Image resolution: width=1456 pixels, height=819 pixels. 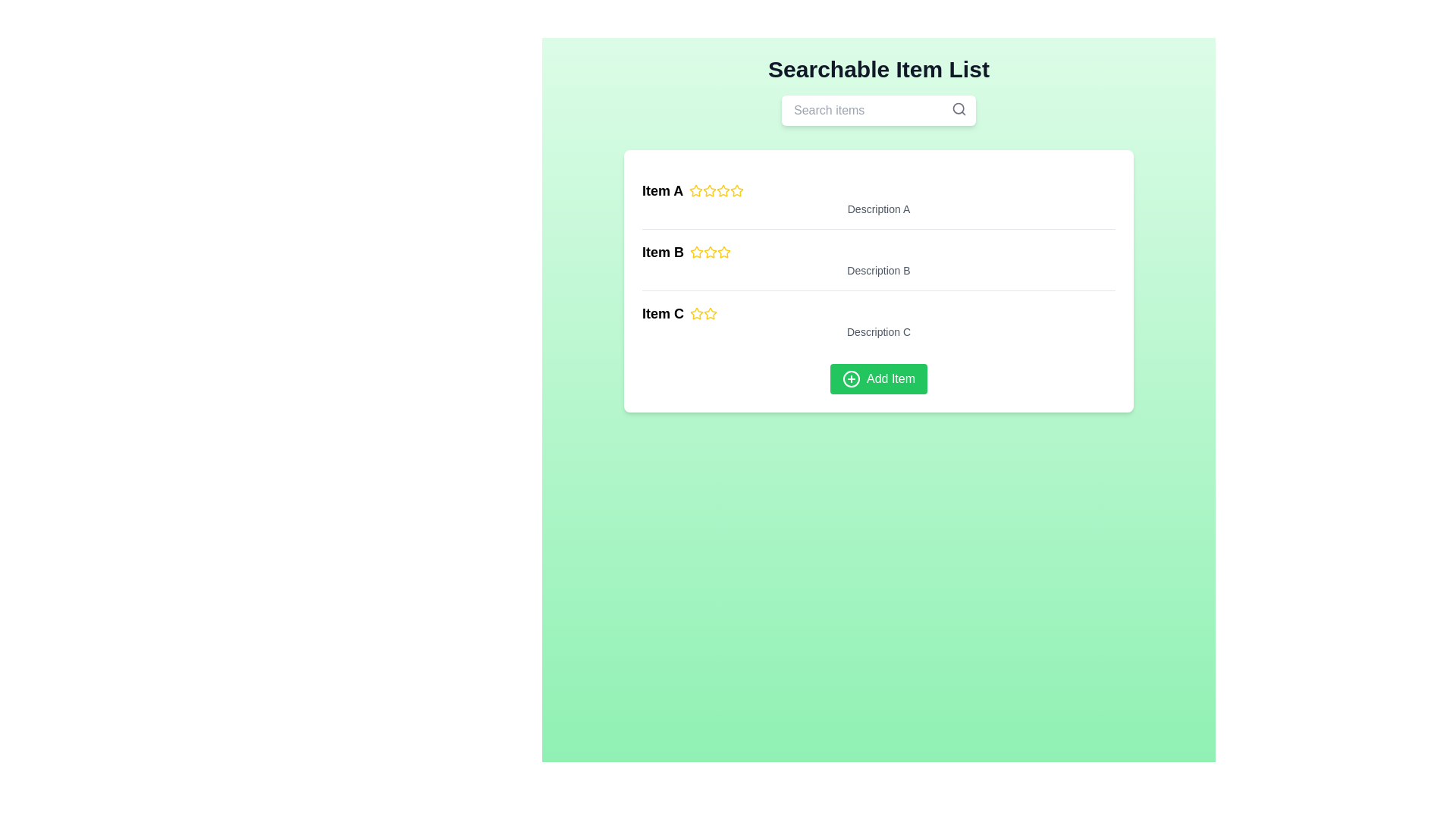 I want to click on the second yellow star icon in the rating section of 'Item B' to set a rating, so click(x=709, y=250).